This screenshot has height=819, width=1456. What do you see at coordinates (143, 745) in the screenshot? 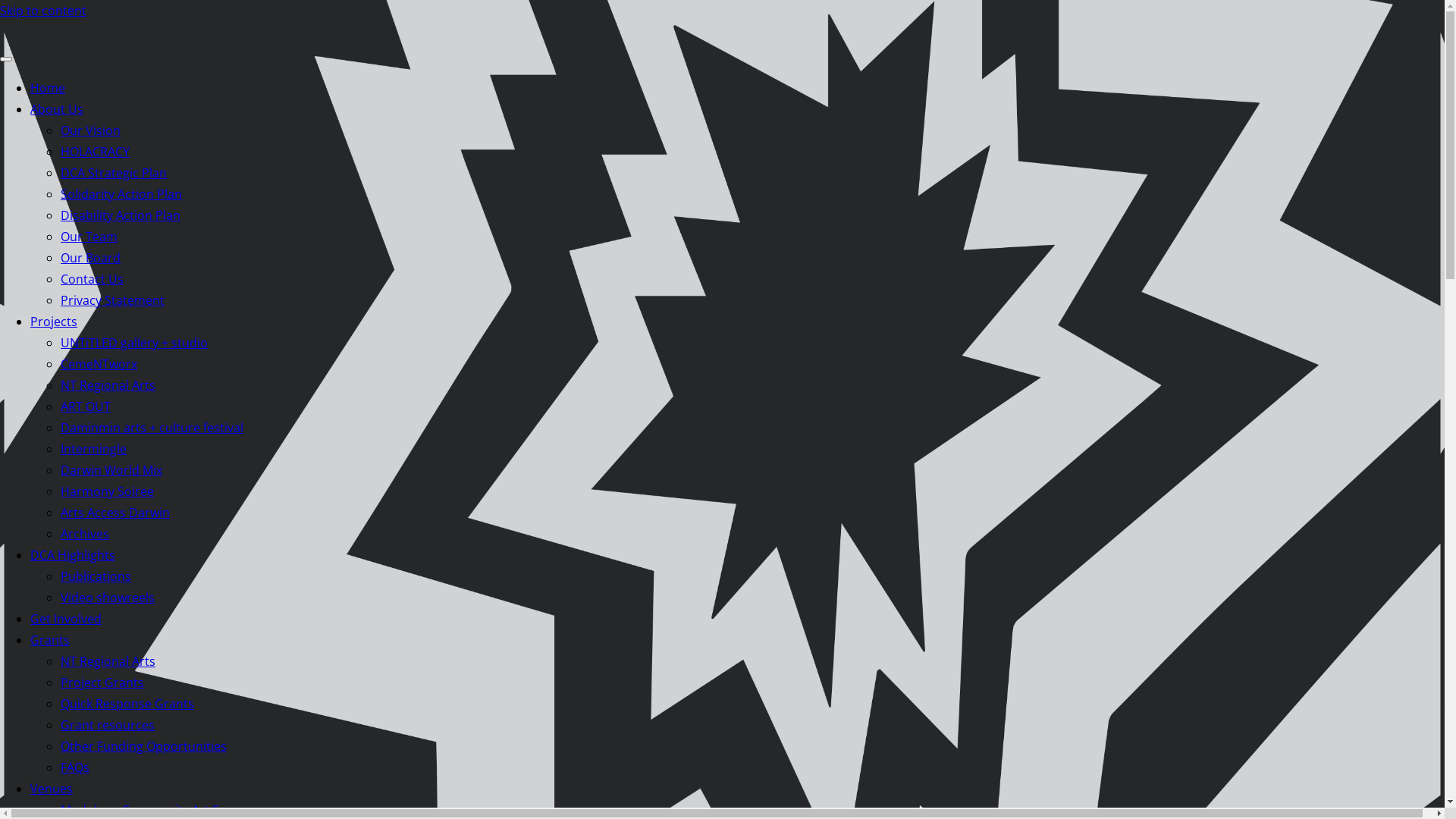
I see `'Other Funding Opportunities'` at bounding box center [143, 745].